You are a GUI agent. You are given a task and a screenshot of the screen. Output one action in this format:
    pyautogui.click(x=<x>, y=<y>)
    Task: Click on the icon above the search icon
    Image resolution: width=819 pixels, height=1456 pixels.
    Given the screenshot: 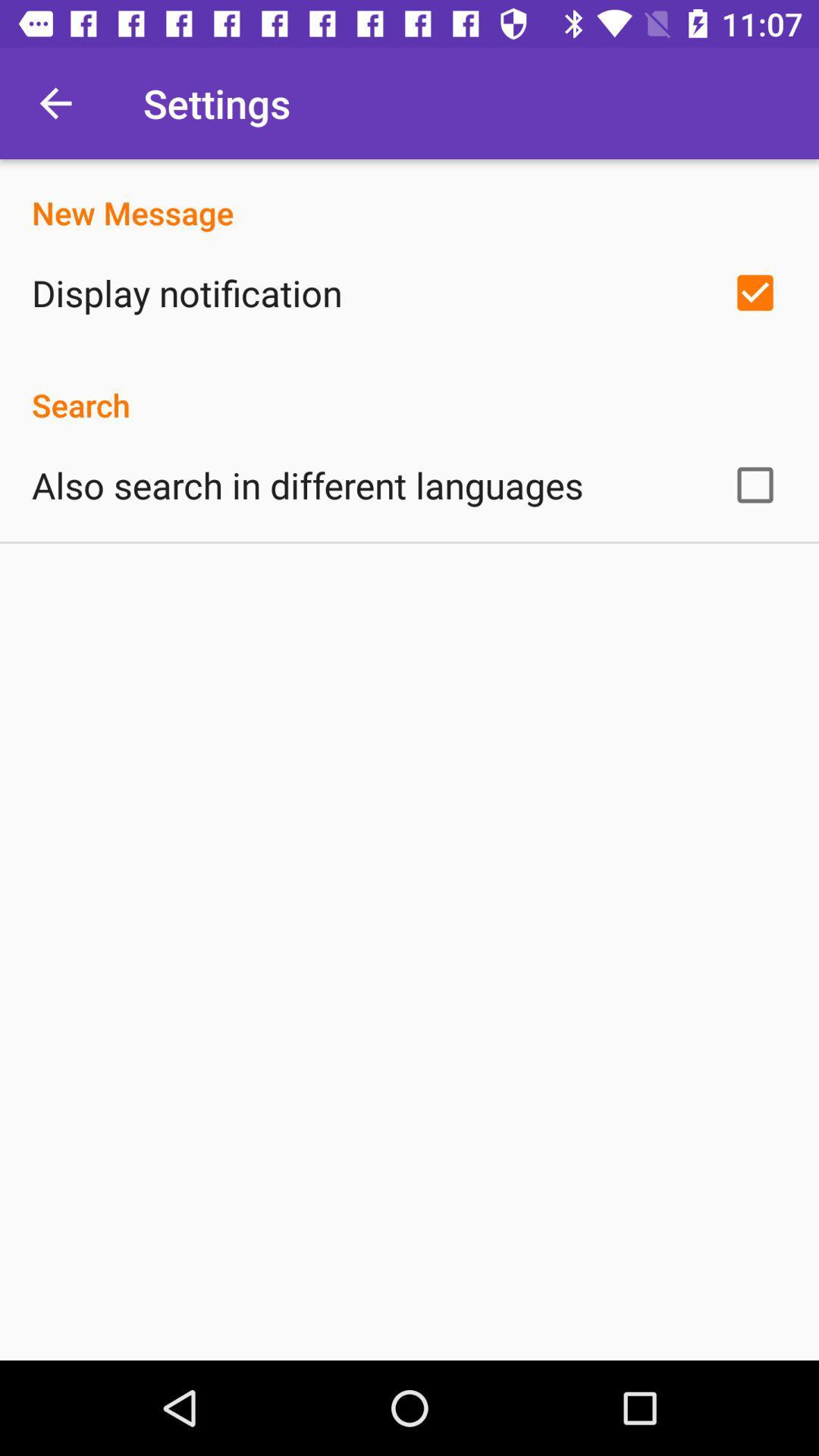 What is the action you would take?
    pyautogui.click(x=186, y=293)
    